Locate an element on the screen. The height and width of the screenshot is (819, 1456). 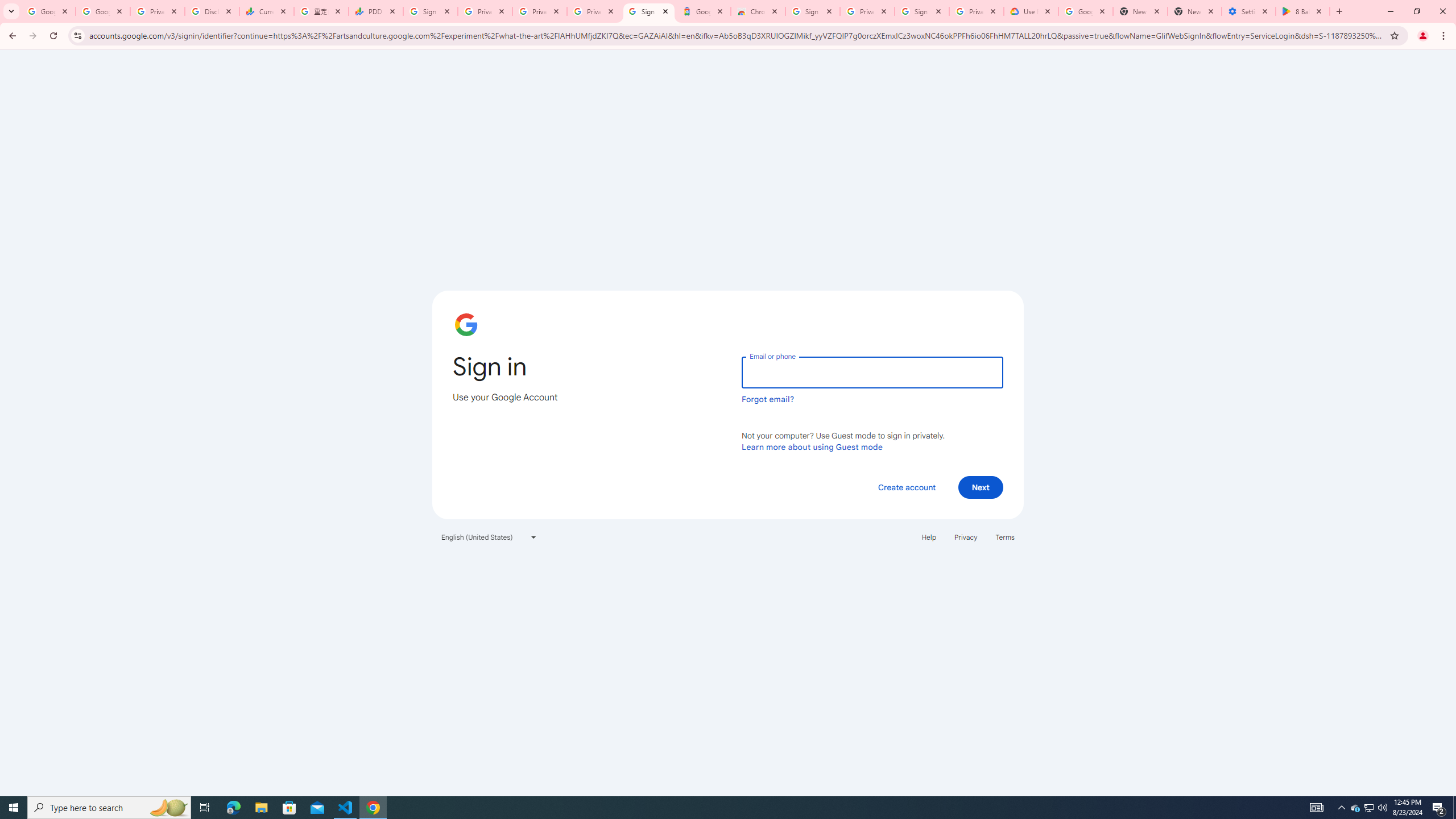
'Settings - System' is located at coordinates (1249, 11).